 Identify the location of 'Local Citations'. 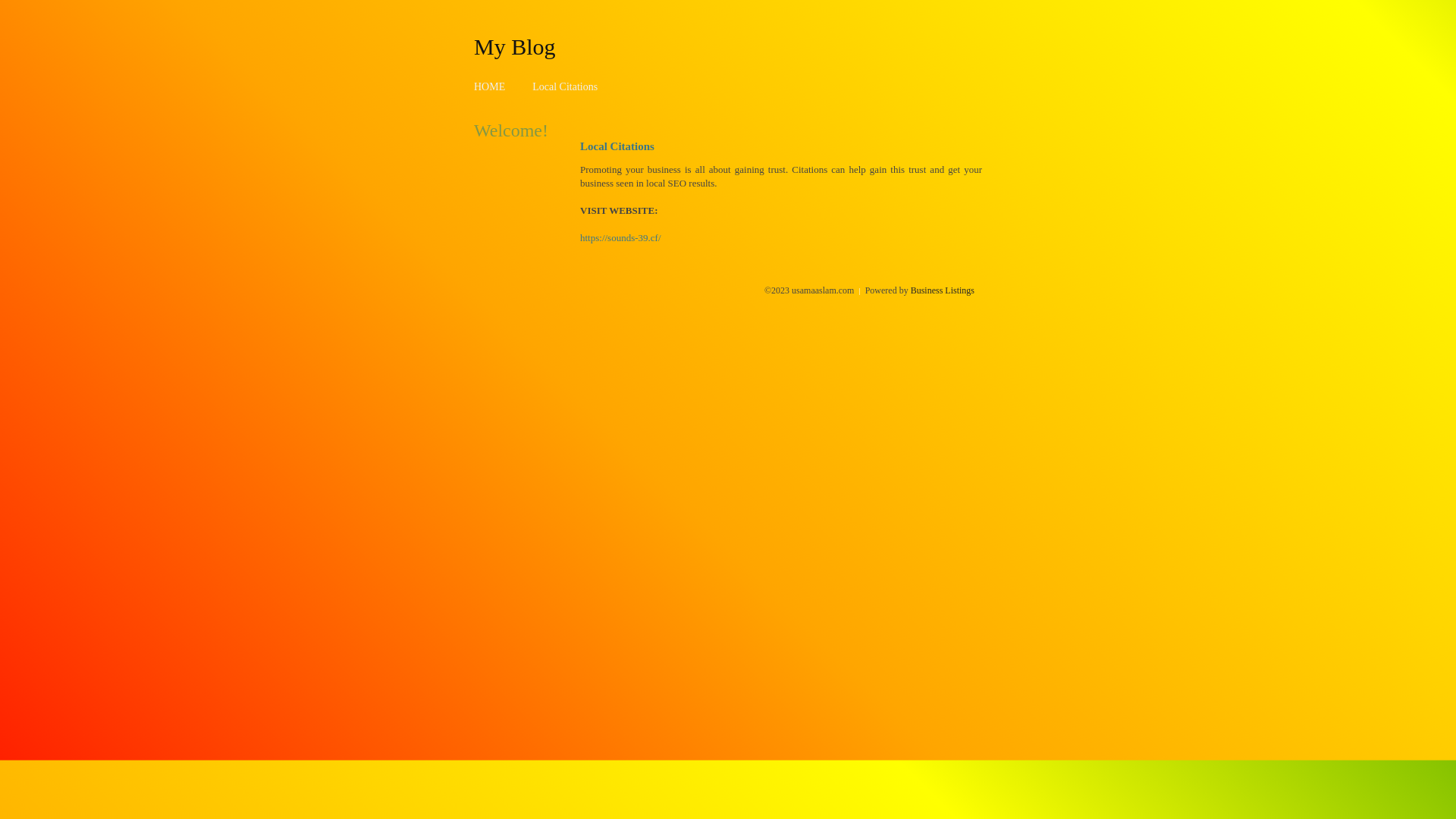
(563, 86).